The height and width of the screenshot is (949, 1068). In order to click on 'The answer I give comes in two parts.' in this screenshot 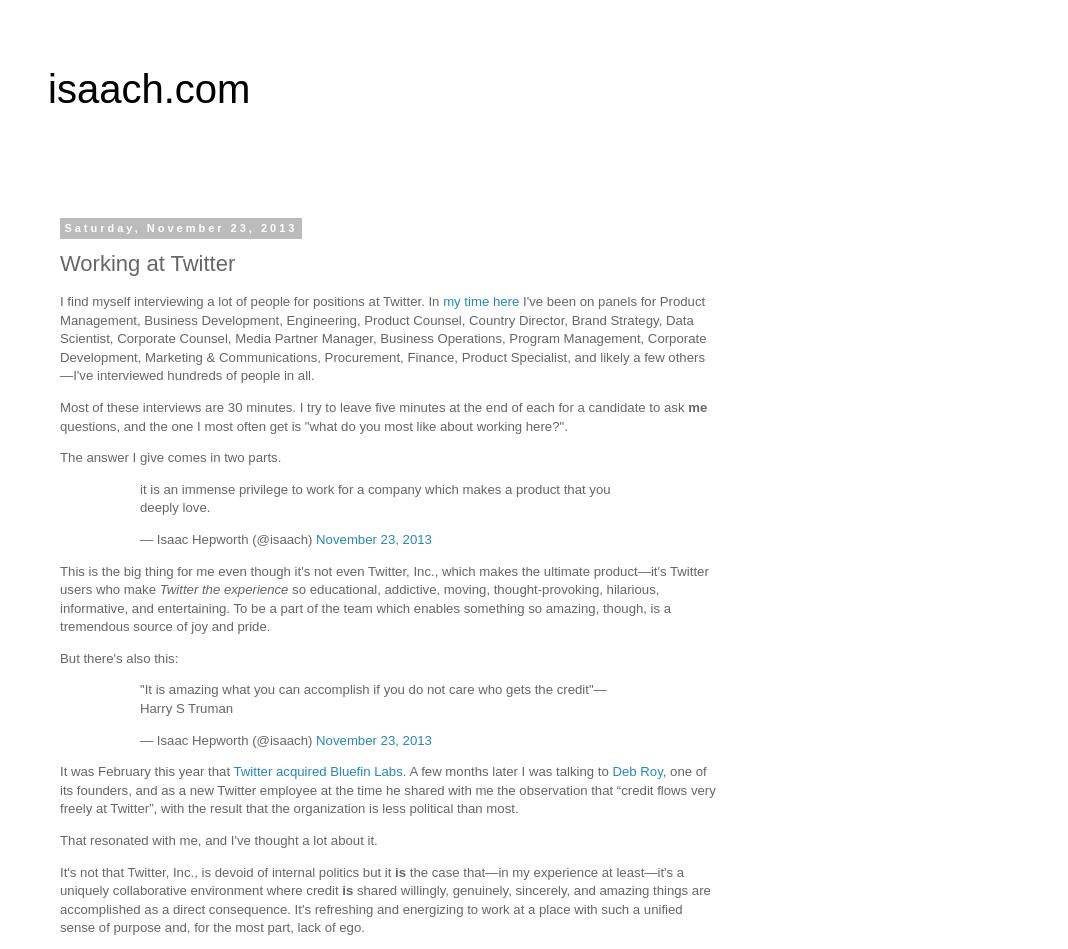, I will do `click(170, 457)`.